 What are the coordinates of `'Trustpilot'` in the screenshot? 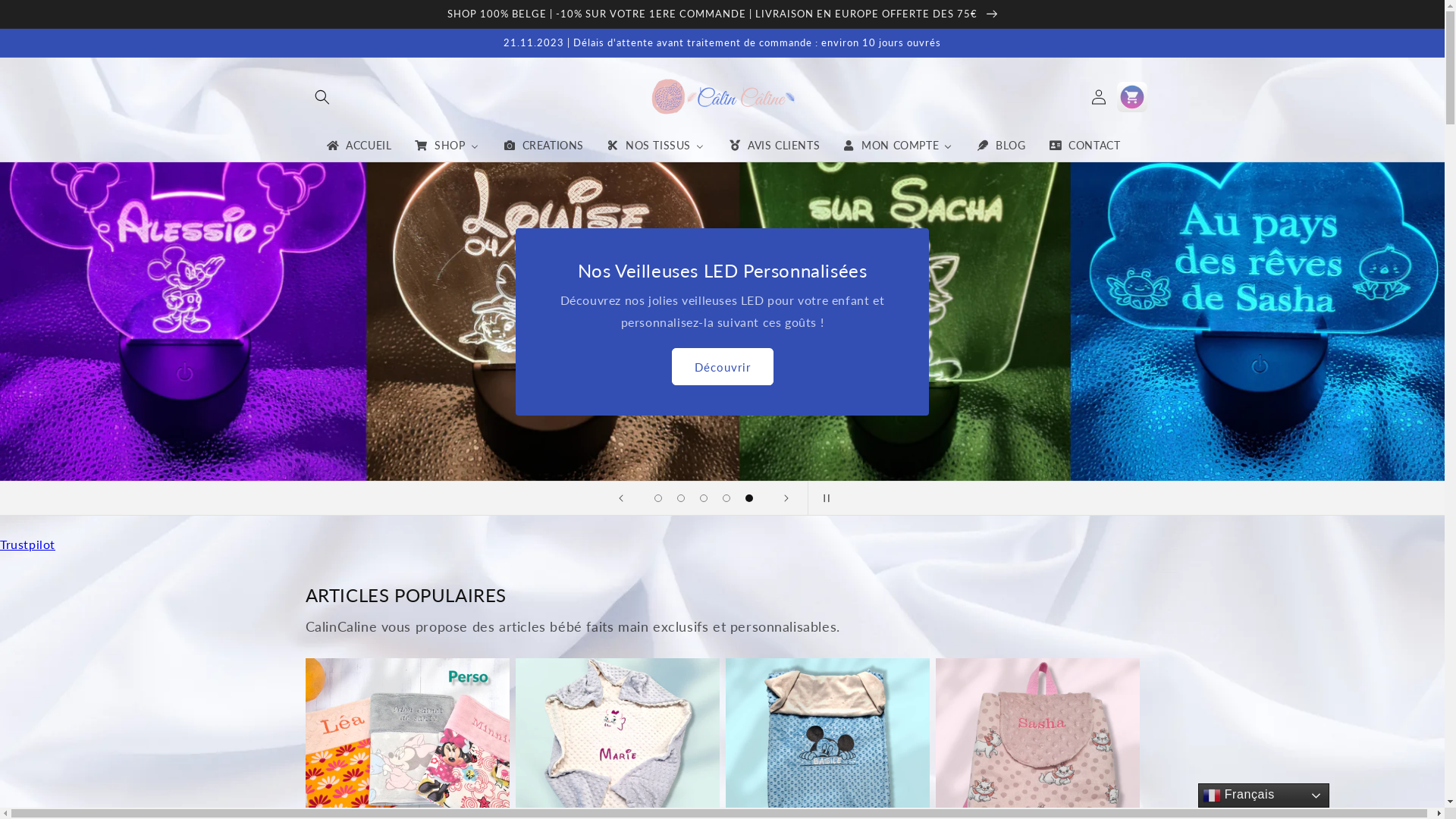 It's located at (27, 543).